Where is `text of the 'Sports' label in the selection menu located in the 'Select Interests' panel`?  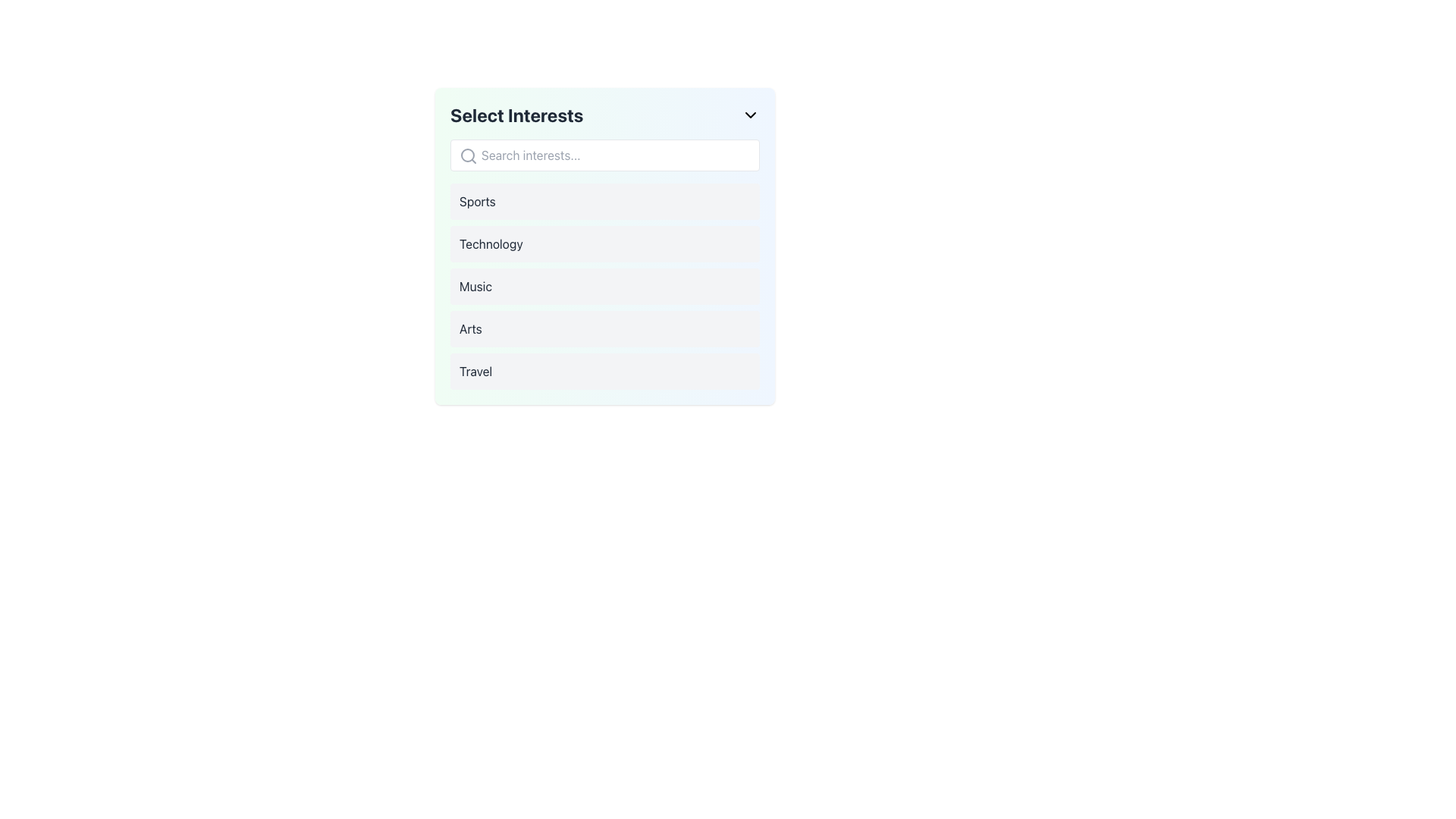 text of the 'Sports' label in the selection menu located in the 'Select Interests' panel is located at coordinates (476, 201).